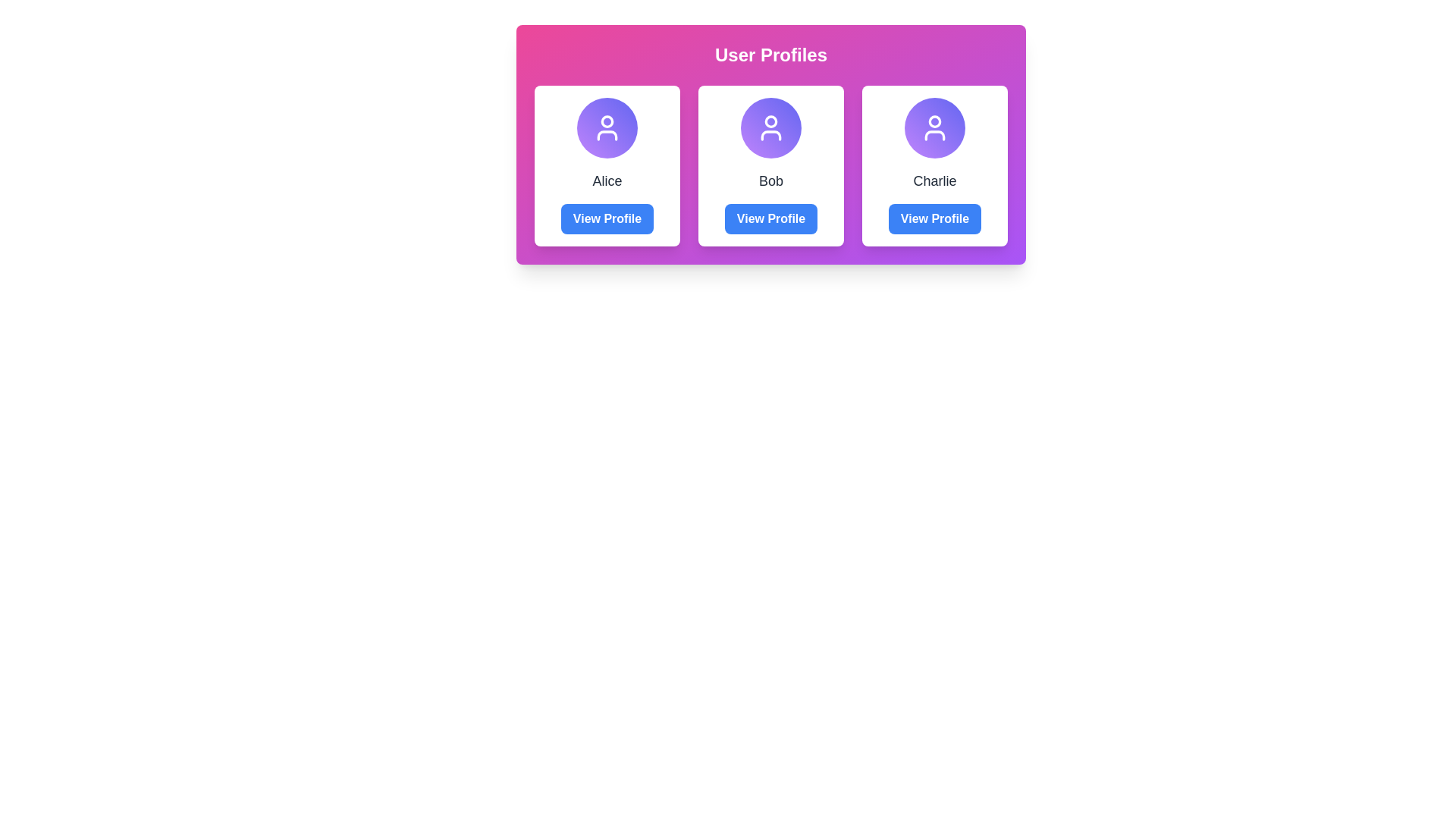 The image size is (1456, 819). What do you see at coordinates (771, 127) in the screenshot?
I see `the User Avatar representing 'Bob' in the profile card, which is located at the top of the card layout` at bounding box center [771, 127].